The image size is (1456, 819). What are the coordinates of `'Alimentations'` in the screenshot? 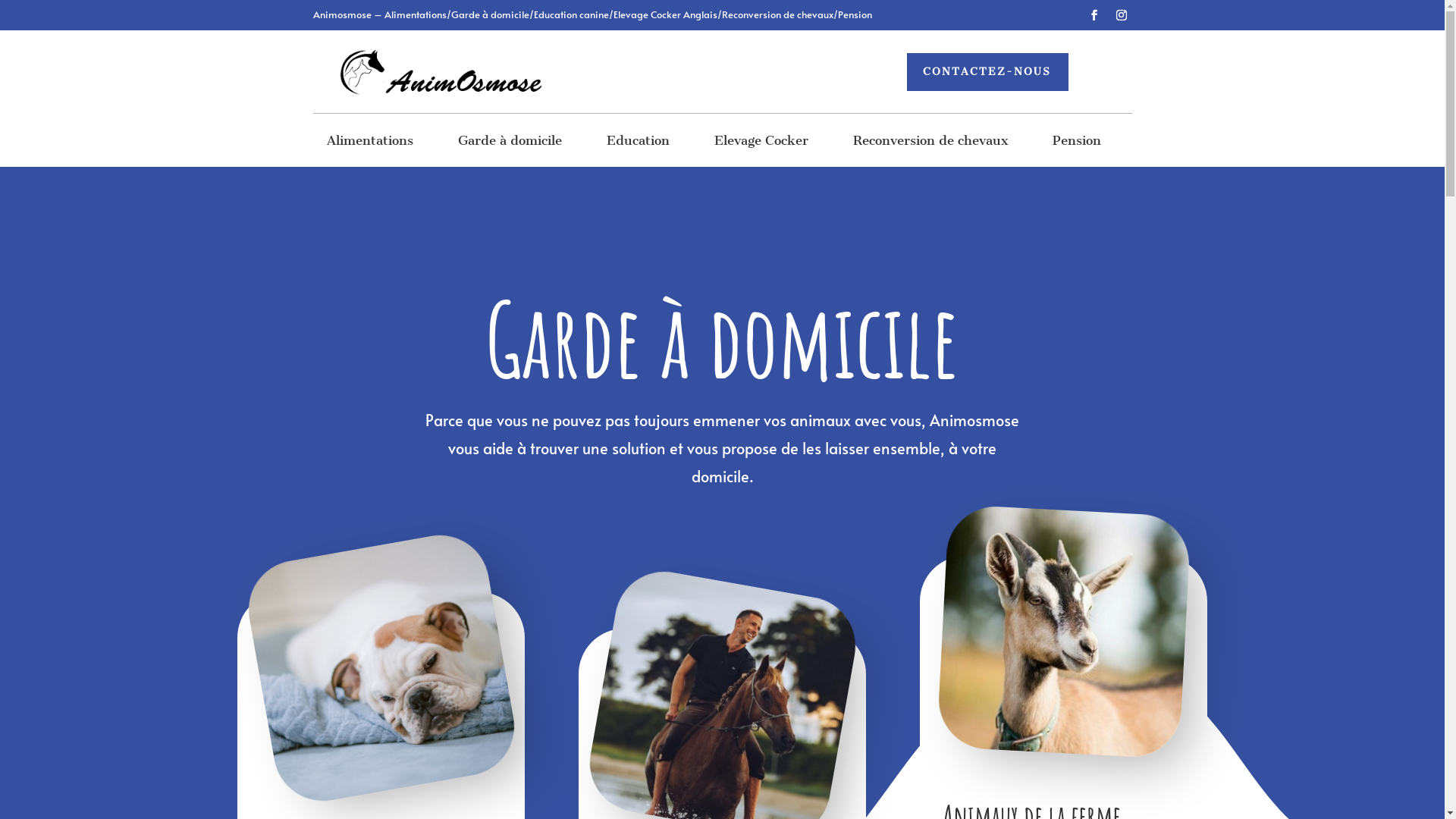 It's located at (370, 143).